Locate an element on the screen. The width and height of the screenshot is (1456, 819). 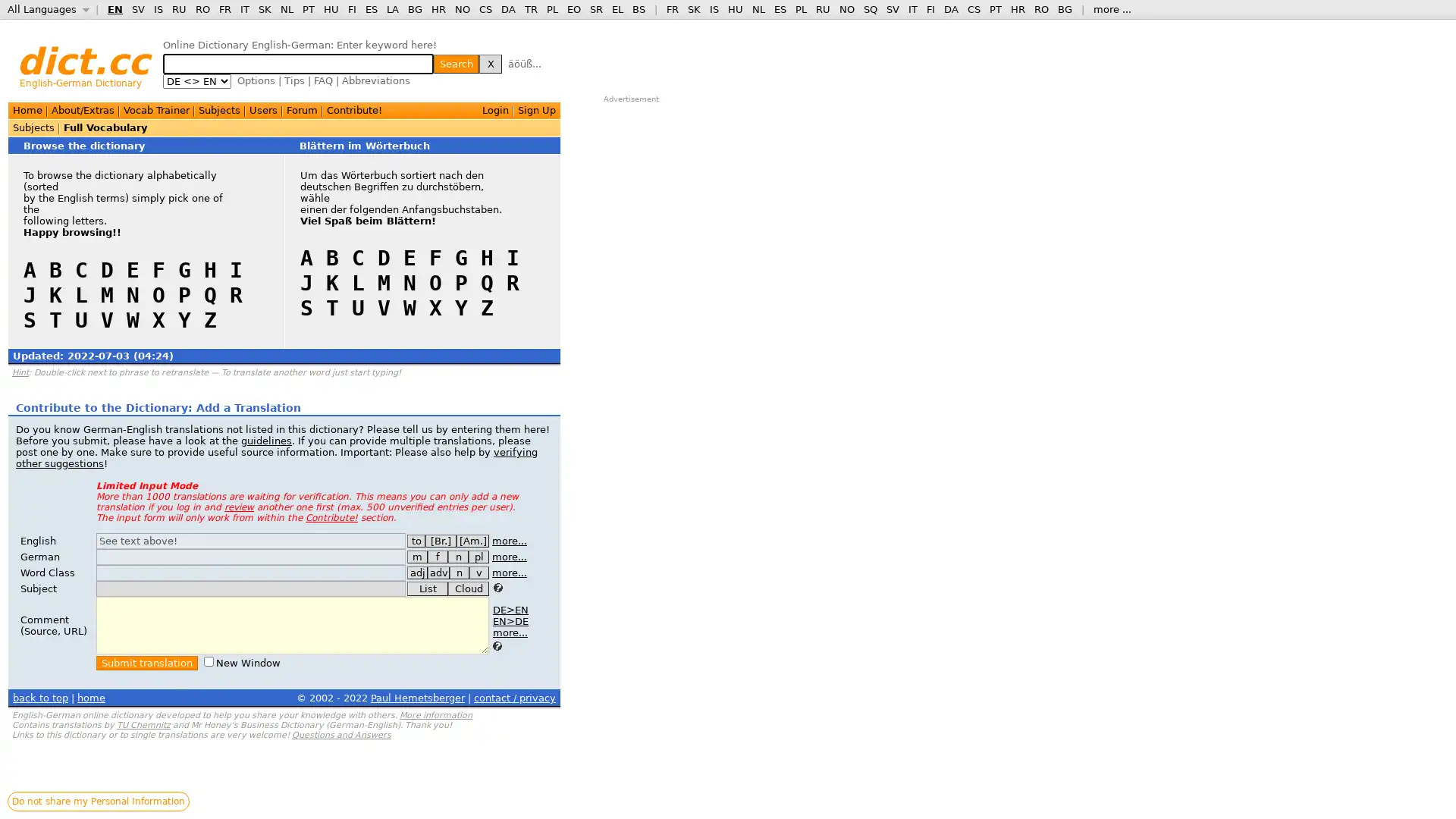
adv is located at coordinates (438, 573).